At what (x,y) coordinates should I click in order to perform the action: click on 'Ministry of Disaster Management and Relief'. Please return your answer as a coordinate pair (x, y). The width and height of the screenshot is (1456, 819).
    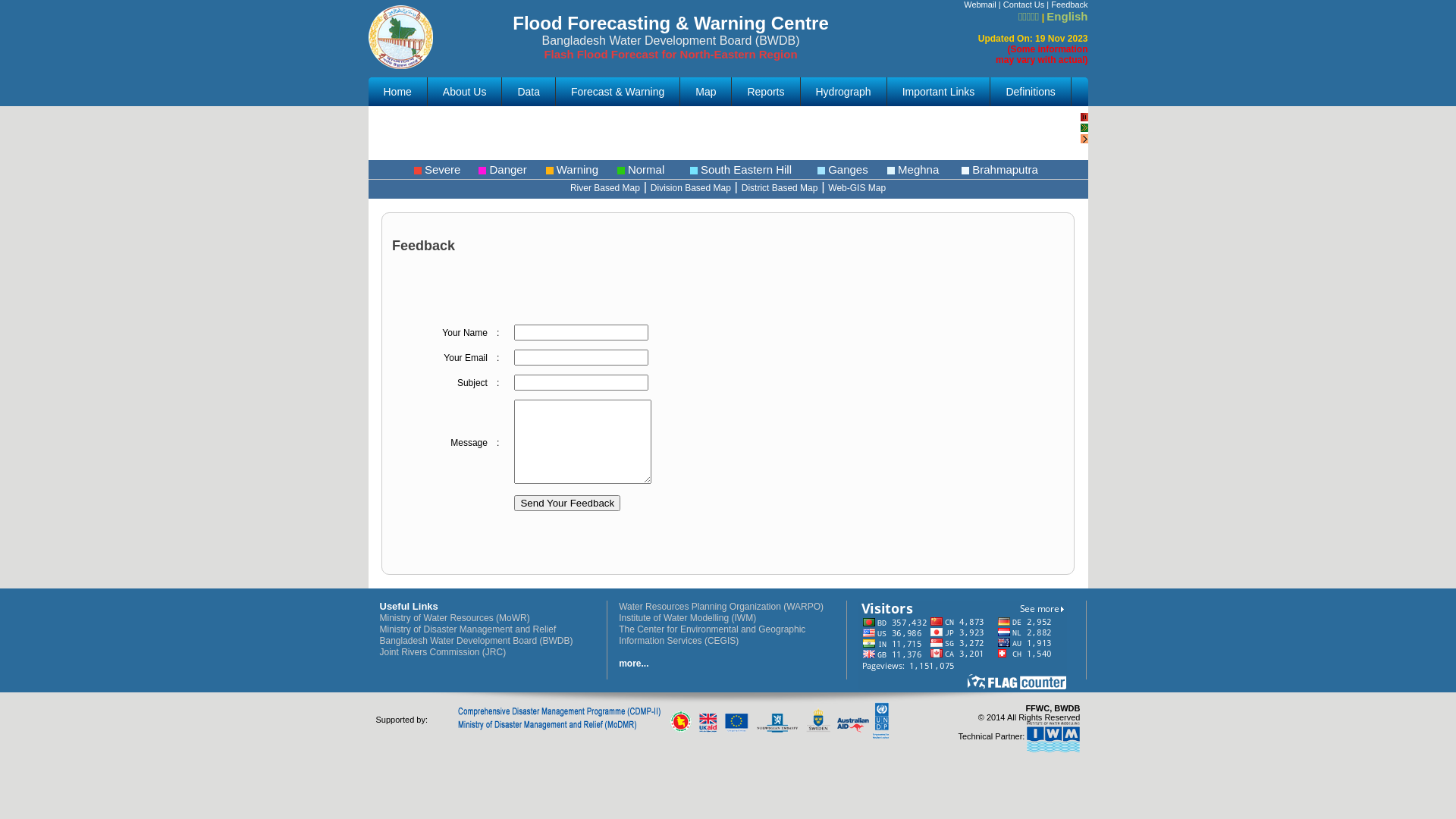
    Looking at the image, I should click on (466, 629).